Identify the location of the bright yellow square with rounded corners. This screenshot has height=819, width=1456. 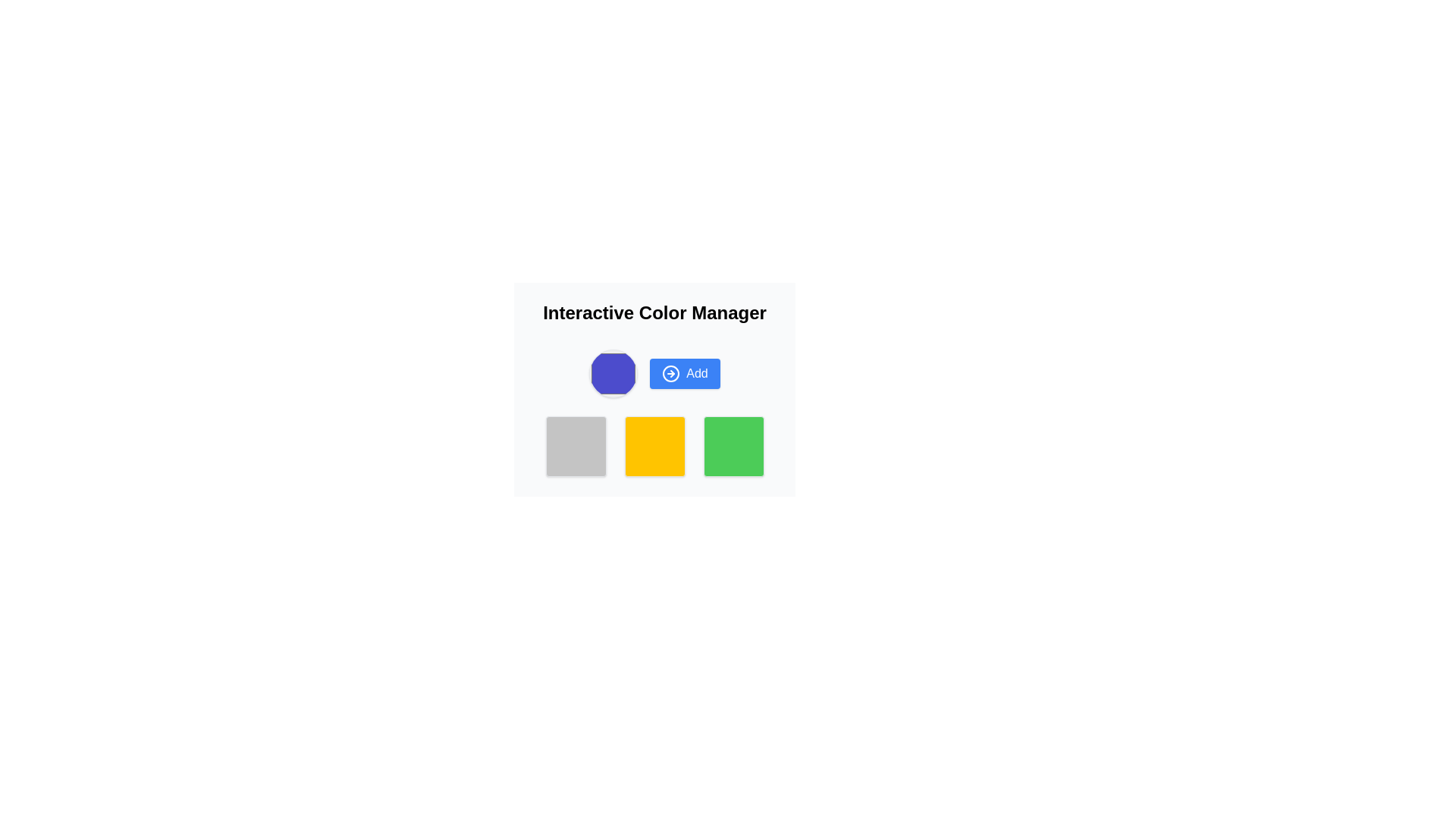
(654, 446).